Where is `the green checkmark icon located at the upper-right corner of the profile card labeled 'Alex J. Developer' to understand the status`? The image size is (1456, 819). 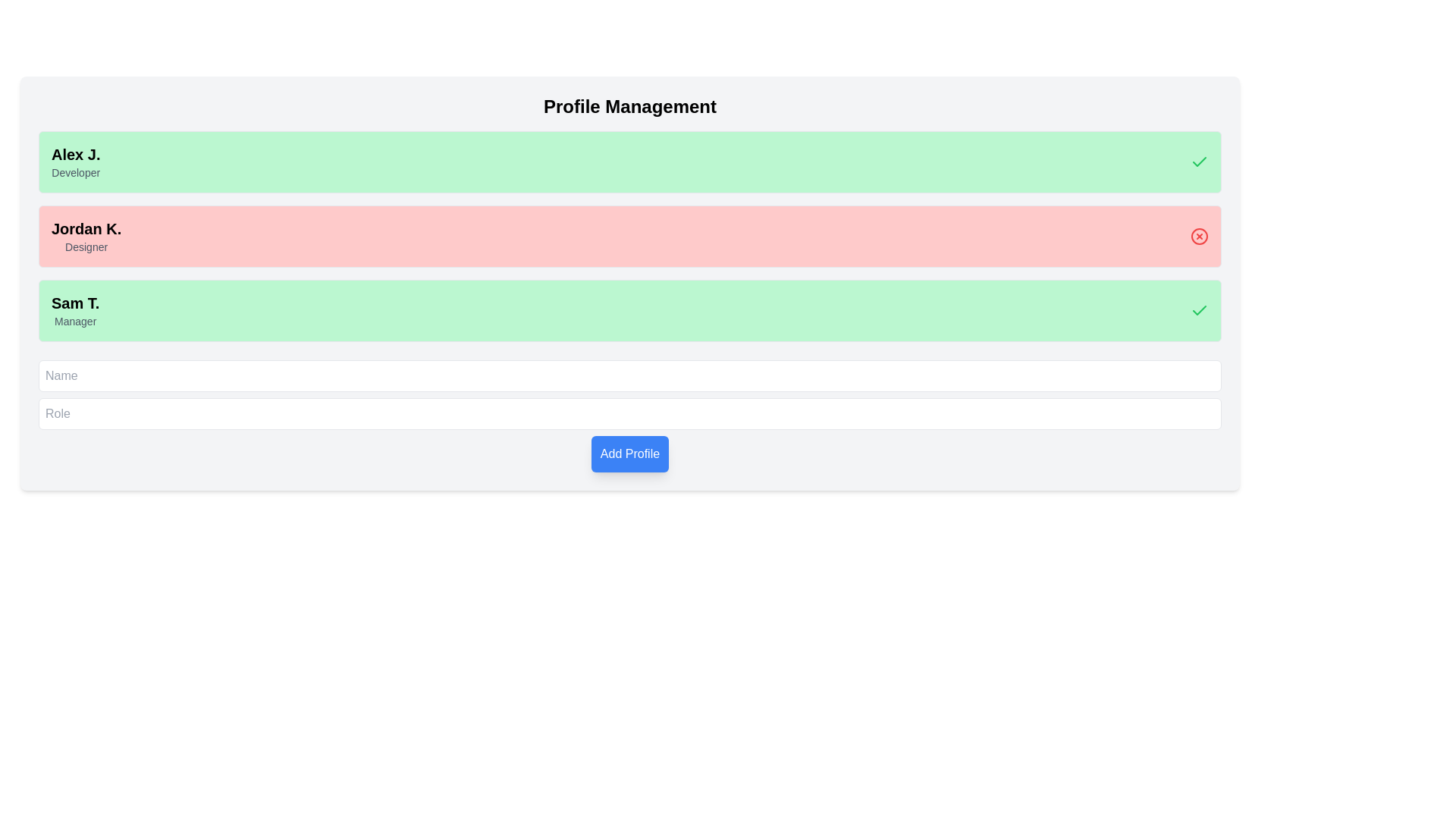
the green checkmark icon located at the upper-right corner of the profile card labeled 'Alex J. Developer' to understand the status is located at coordinates (1199, 162).